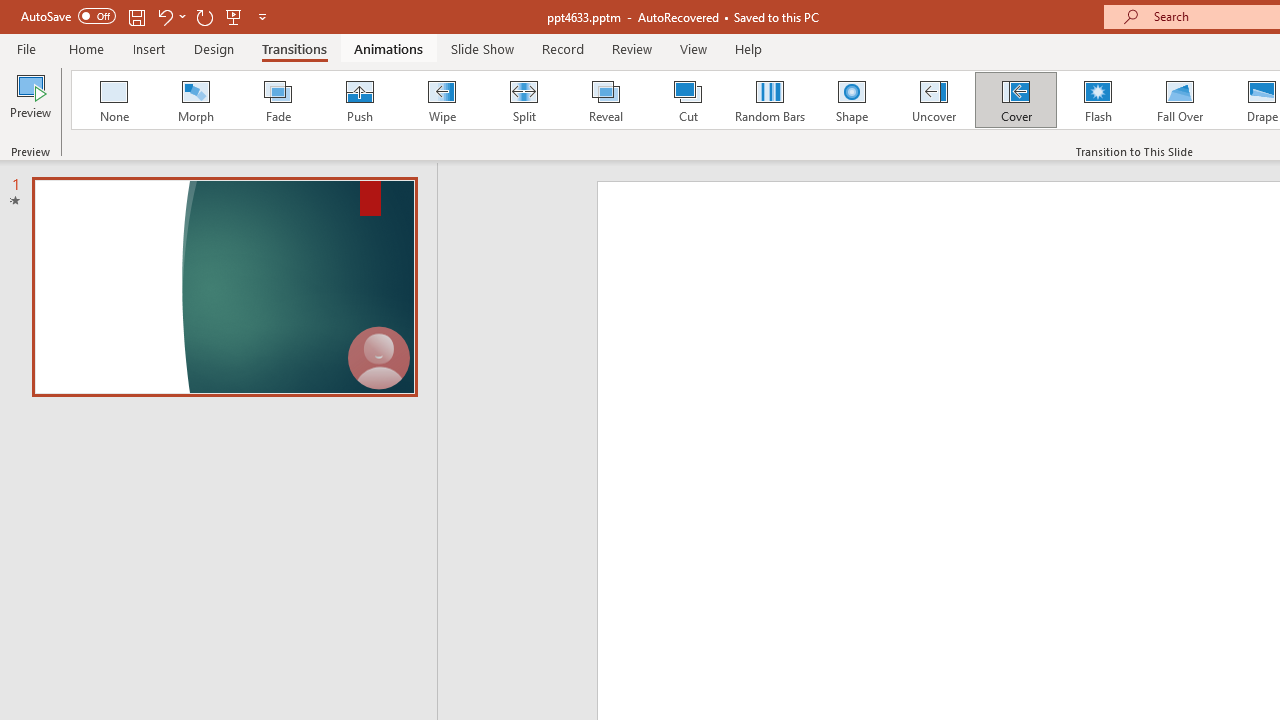 The width and height of the screenshot is (1280, 720). What do you see at coordinates (708, 100) in the screenshot?
I see `'Organic Loading Preview...'` at bounding box center [708, 100].